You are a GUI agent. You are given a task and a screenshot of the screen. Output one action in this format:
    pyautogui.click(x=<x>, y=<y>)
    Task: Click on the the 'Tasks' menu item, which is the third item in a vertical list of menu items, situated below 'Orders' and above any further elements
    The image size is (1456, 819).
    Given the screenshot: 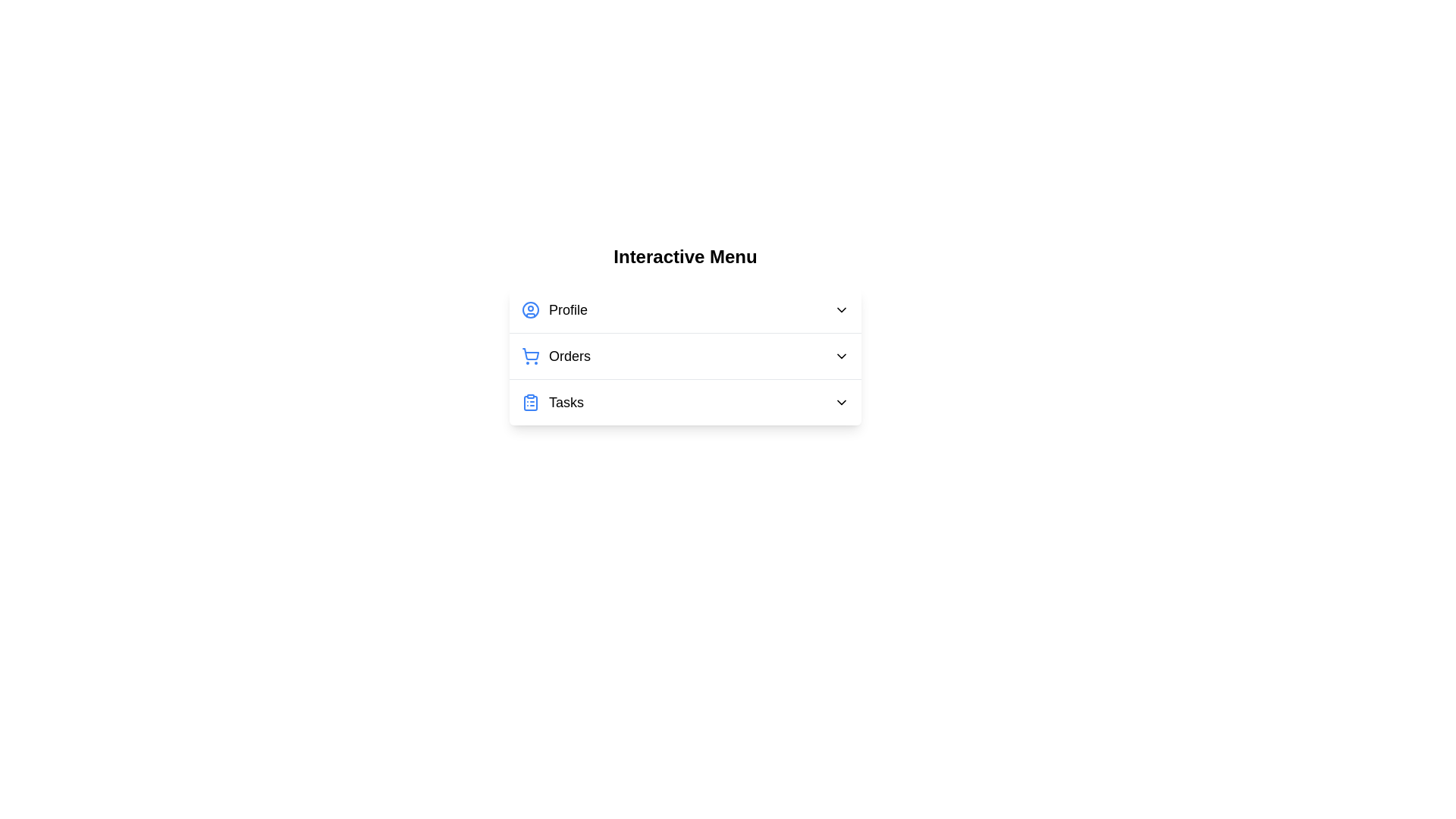 What is the action you would take?
    pyautogui.click(x=684, y=401)
    